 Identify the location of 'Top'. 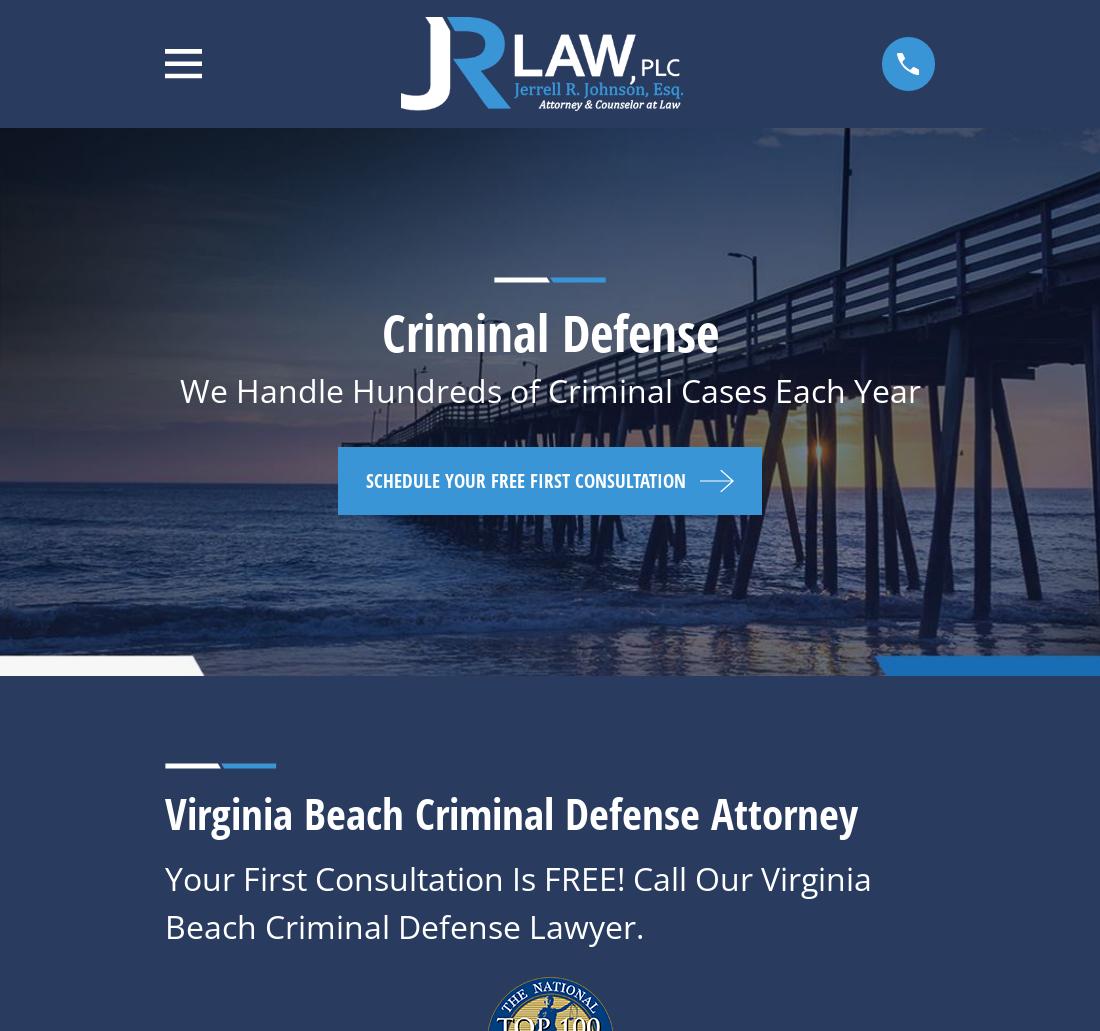
(1064, 34).